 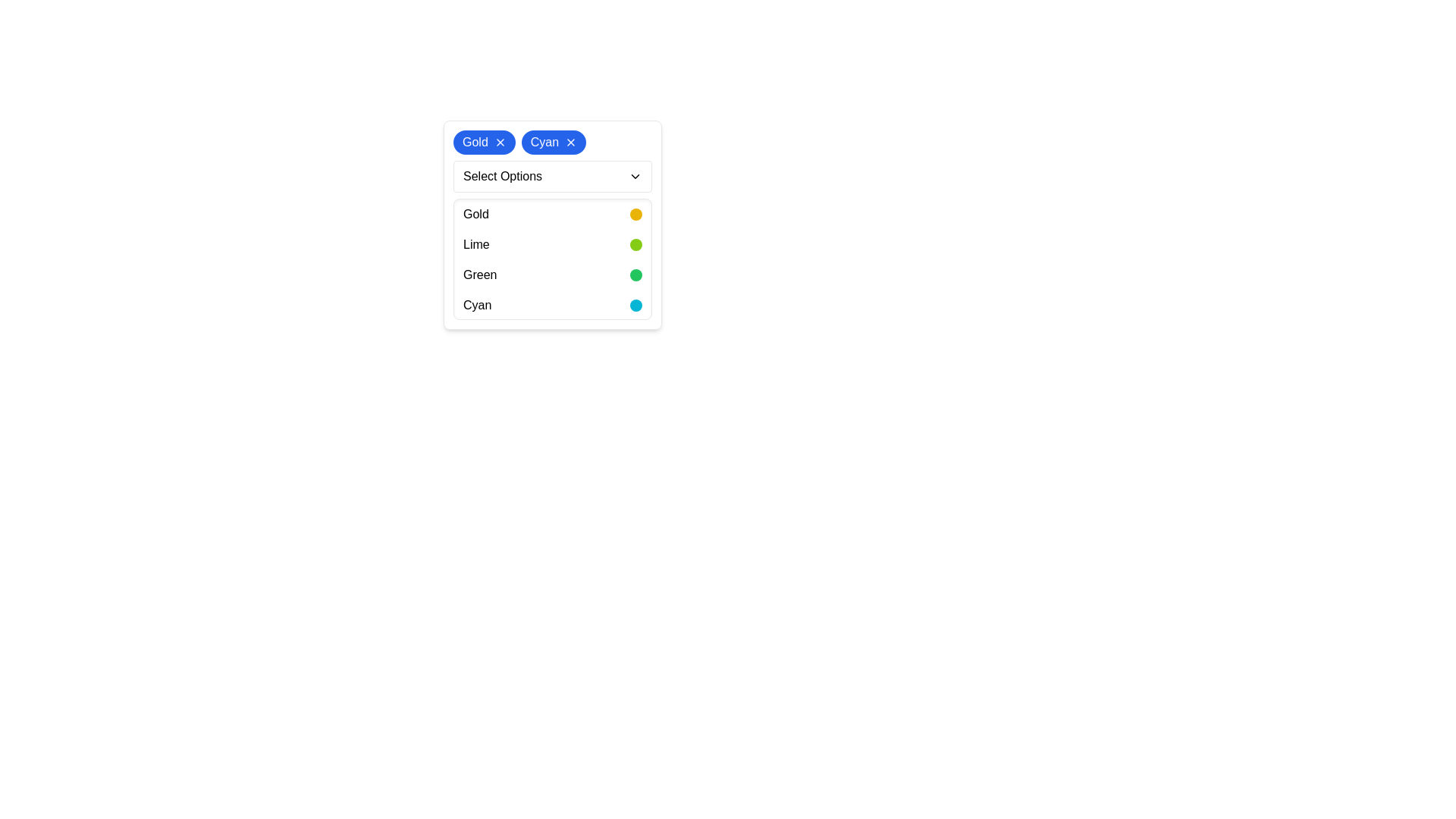 What do you see at coordinates (636, 214) in the screenshot?
I see `the distinctive yellow circular icon located to the right of the text 'Gold' in the dropdown menu` at bounding box center [636, 214].